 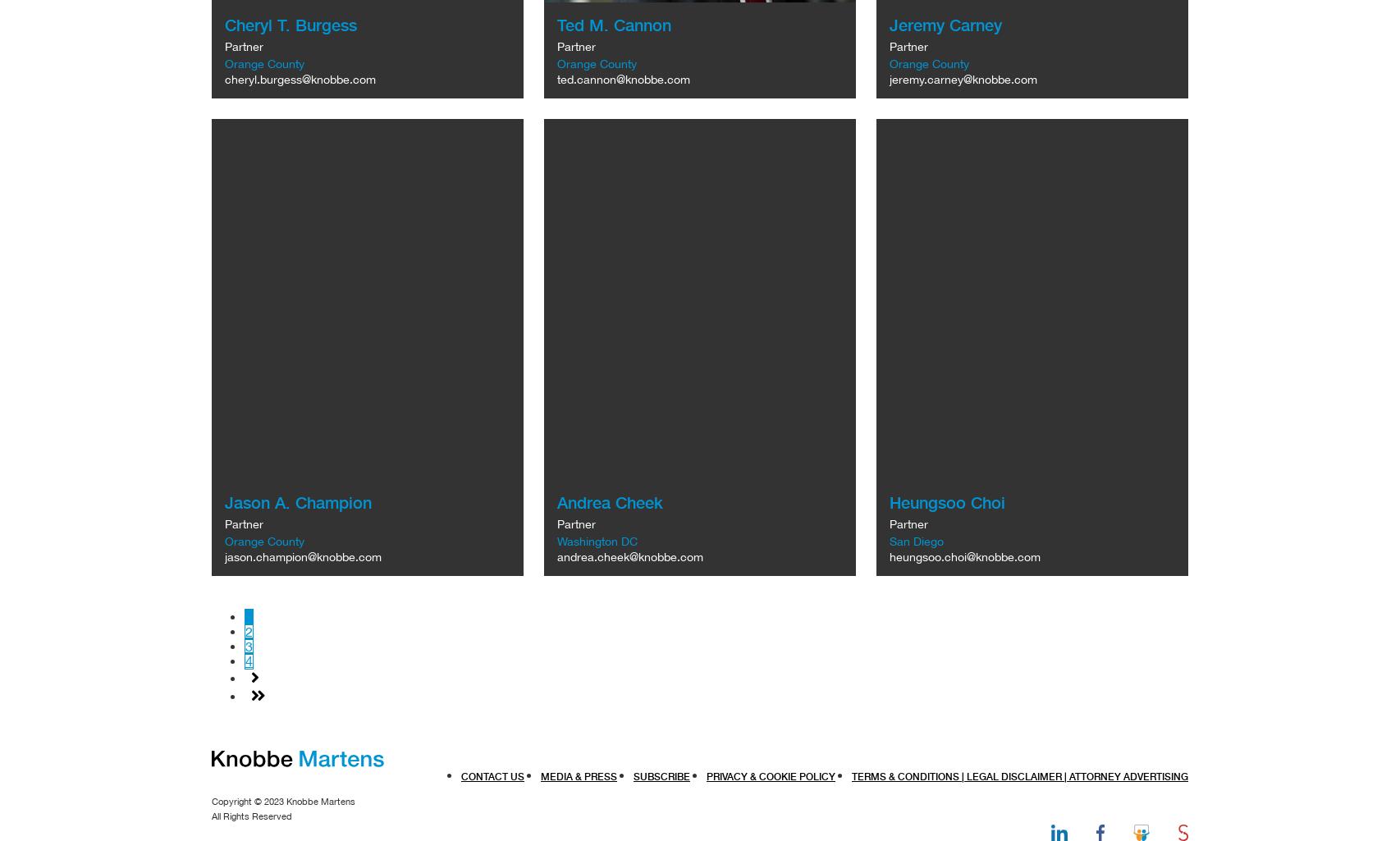 I want to click on '3', so click(x=249, y=647).